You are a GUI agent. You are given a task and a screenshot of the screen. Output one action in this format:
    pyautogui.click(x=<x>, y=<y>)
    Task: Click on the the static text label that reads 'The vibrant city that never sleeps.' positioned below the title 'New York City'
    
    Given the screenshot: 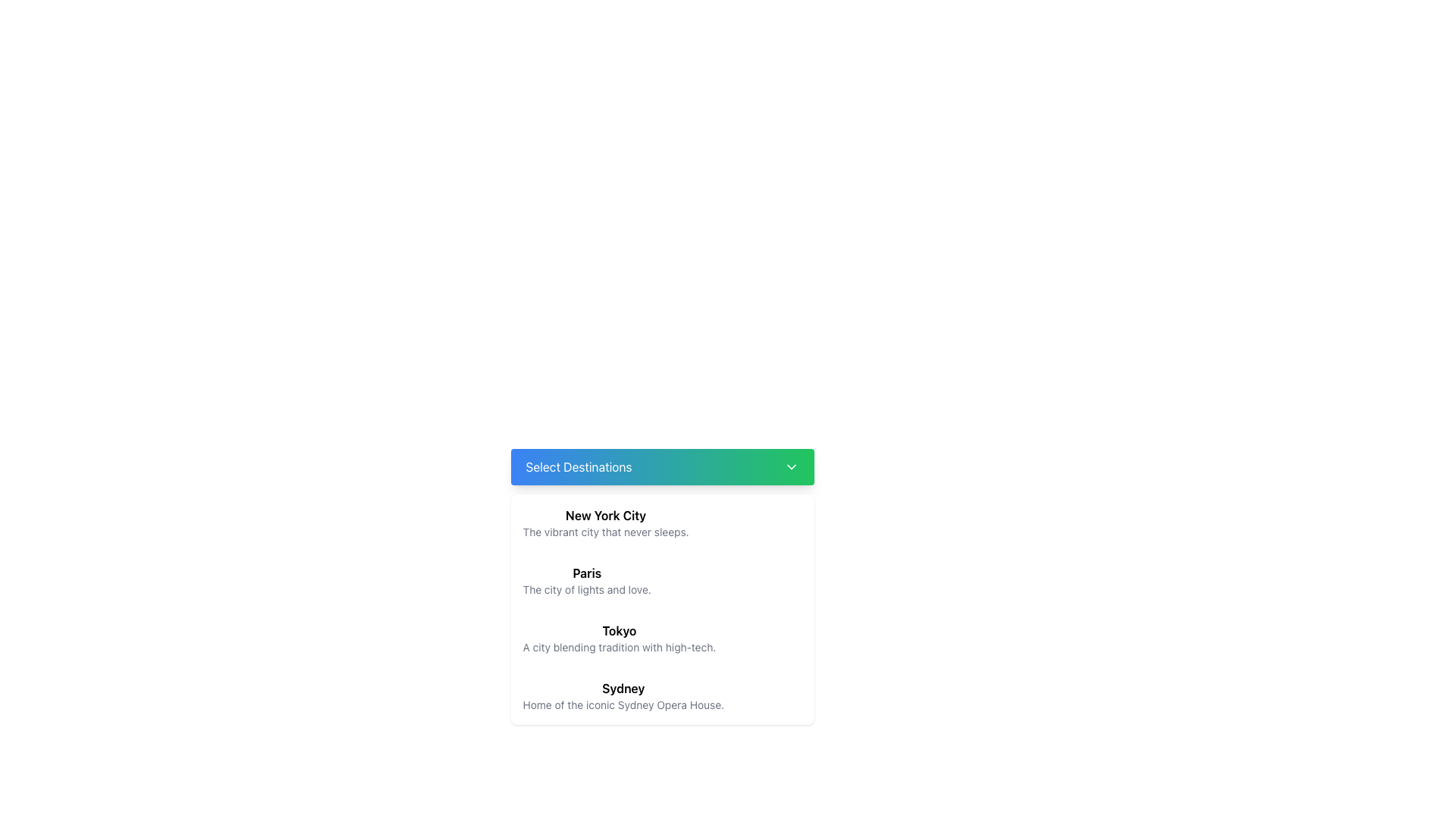 What is the action you would take?
    pyautogui.click(x=605, y=532)
    